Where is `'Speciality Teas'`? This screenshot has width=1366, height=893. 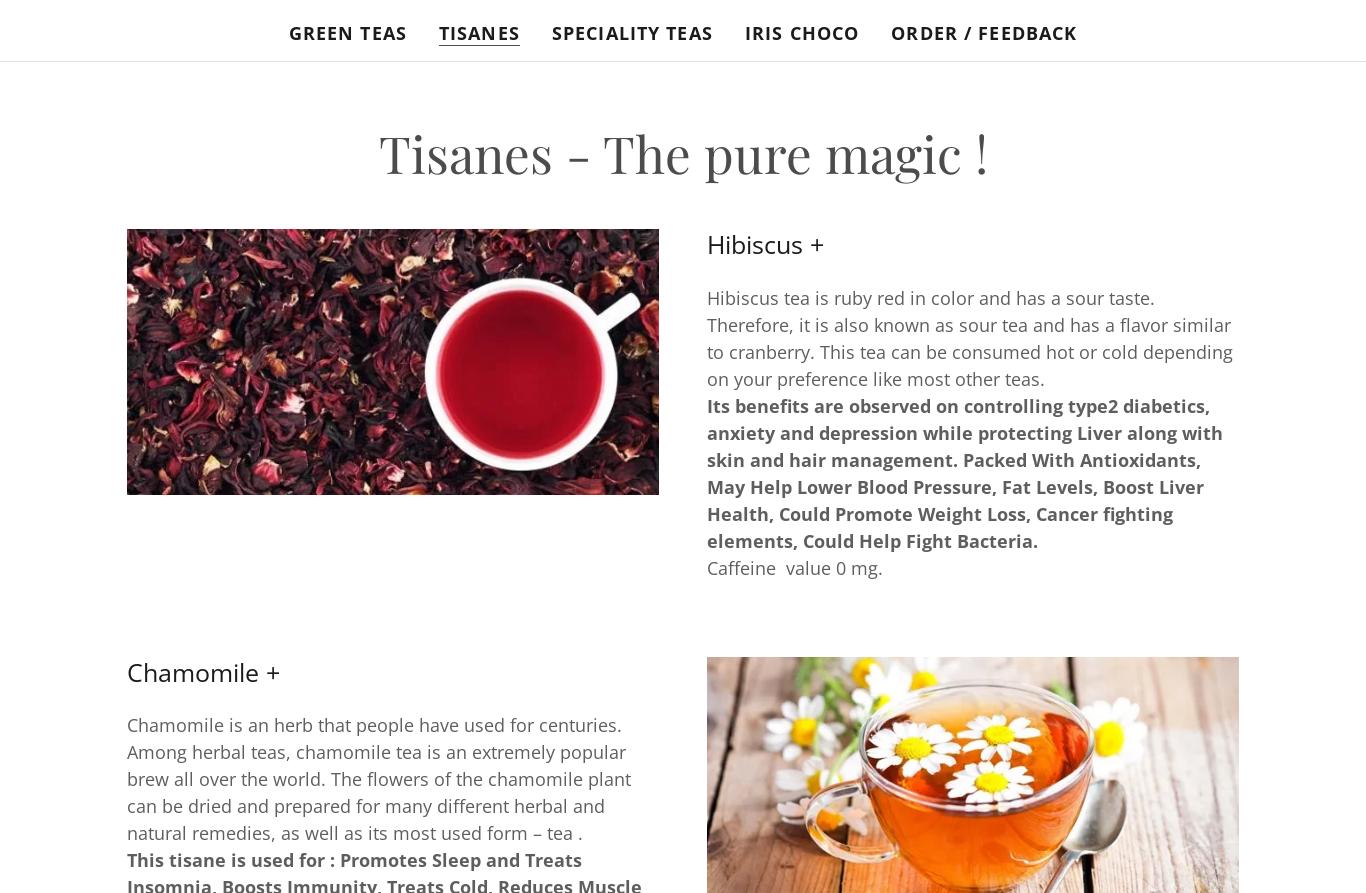 'Speciality Teas' is located at coordinates (630, 33).